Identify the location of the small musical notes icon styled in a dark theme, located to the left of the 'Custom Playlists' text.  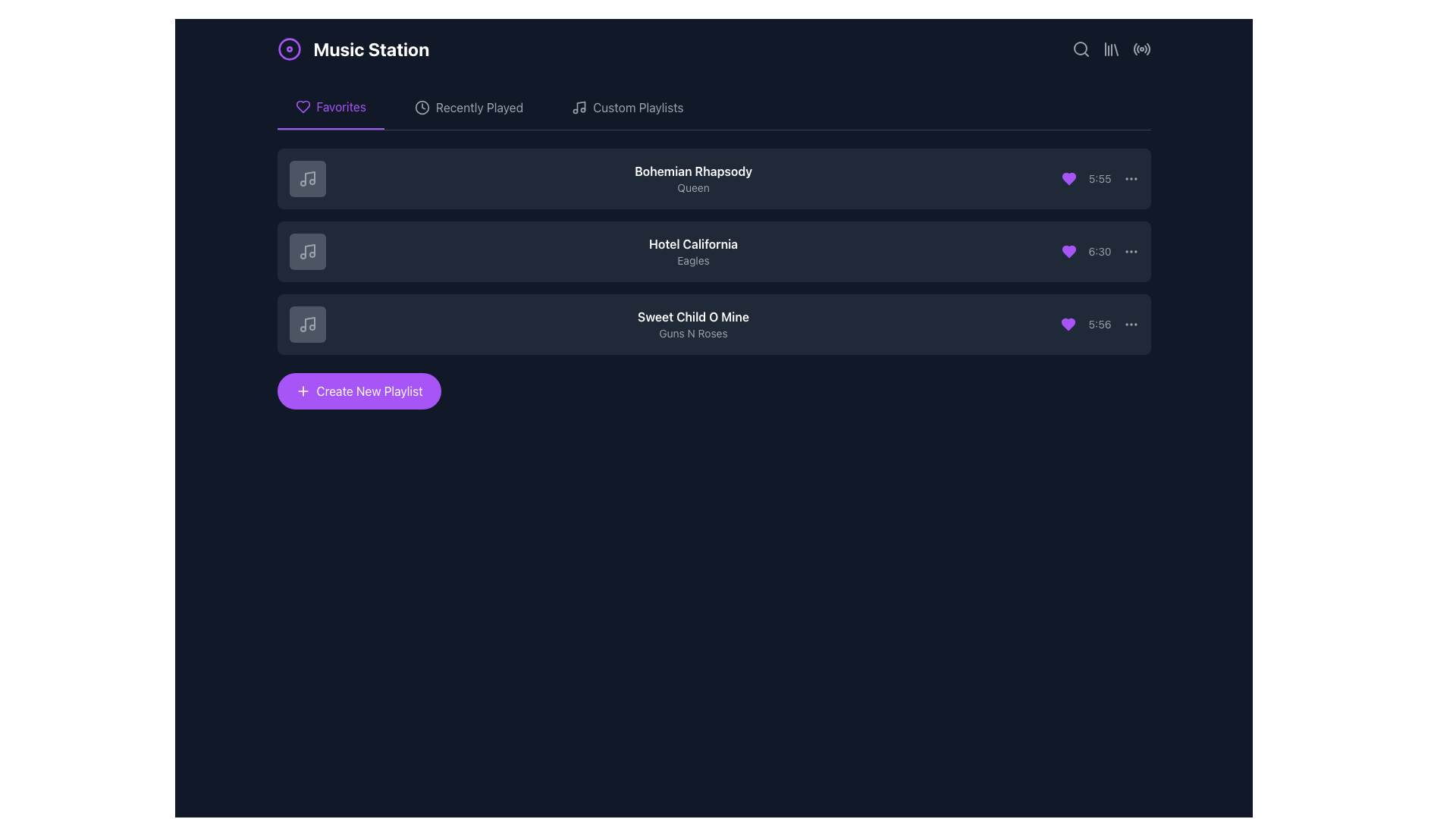
(579, 107).